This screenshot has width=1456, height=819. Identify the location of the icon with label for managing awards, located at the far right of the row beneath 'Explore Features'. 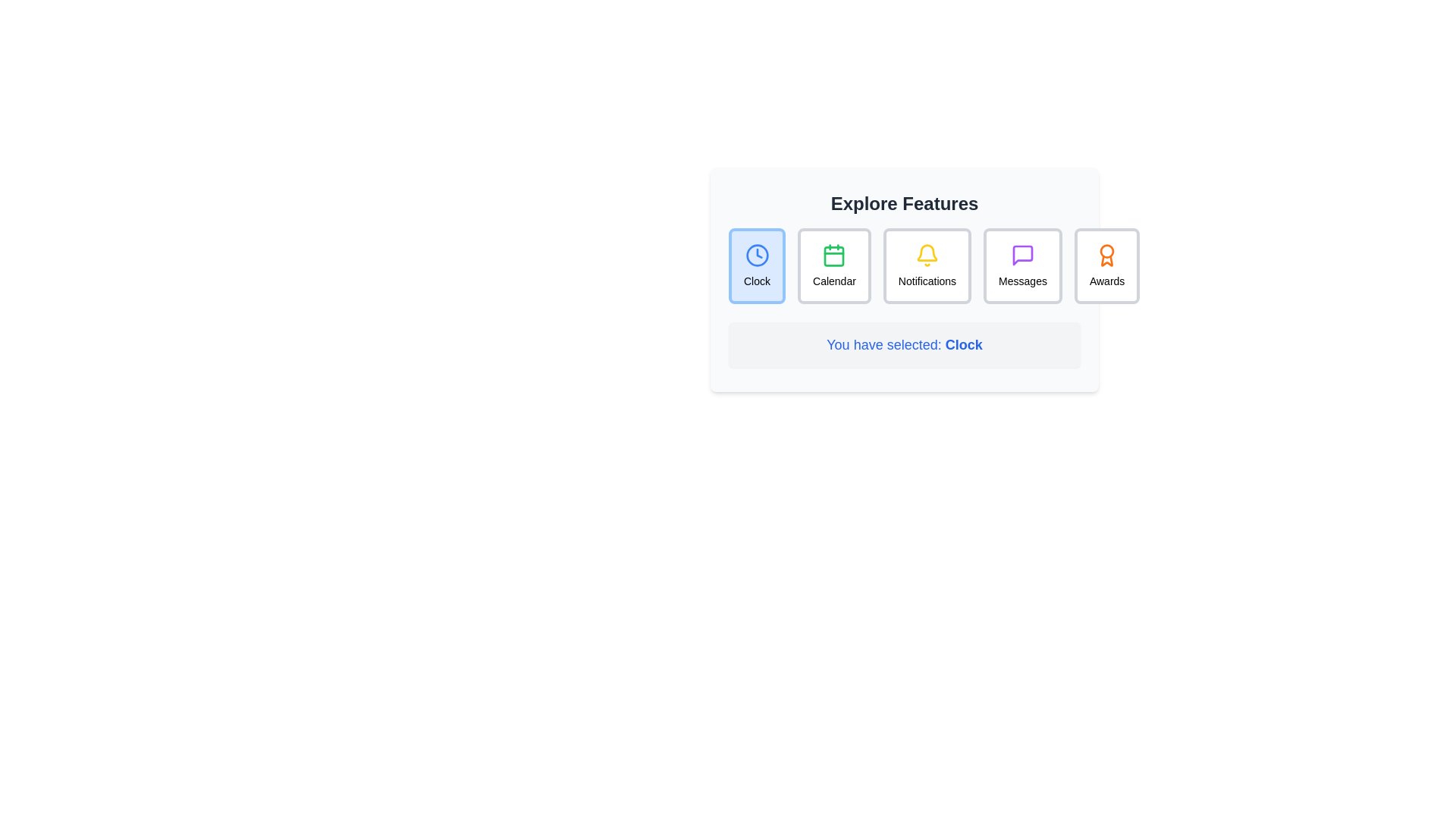
(1107, 265).